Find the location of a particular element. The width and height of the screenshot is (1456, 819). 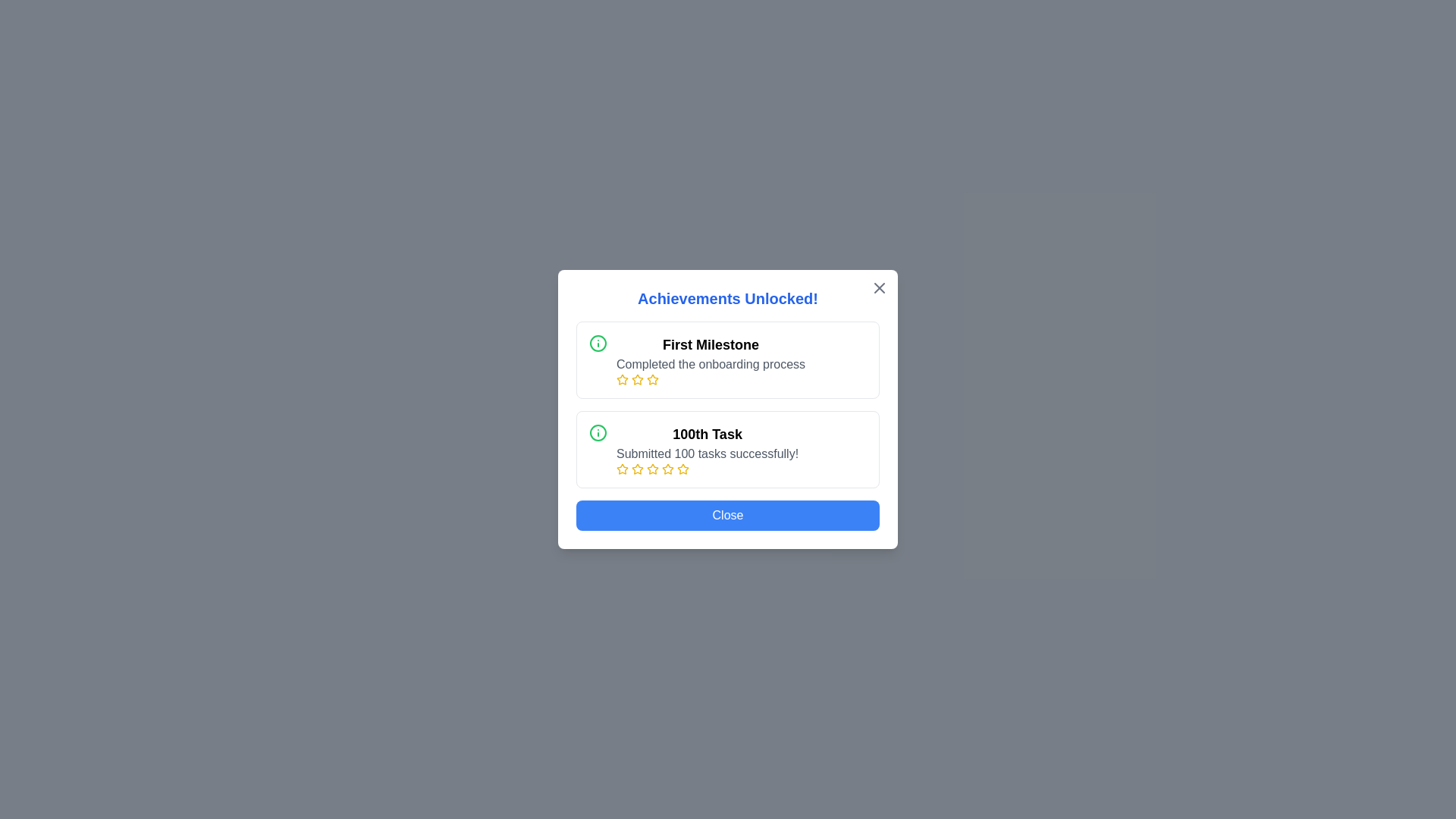

the status of the star-shaped icon with a yellow outline, representing a rating or achievement, which is the third icon in a row of five below the 'First Milestone' heading is located at coordinates (637, 379).